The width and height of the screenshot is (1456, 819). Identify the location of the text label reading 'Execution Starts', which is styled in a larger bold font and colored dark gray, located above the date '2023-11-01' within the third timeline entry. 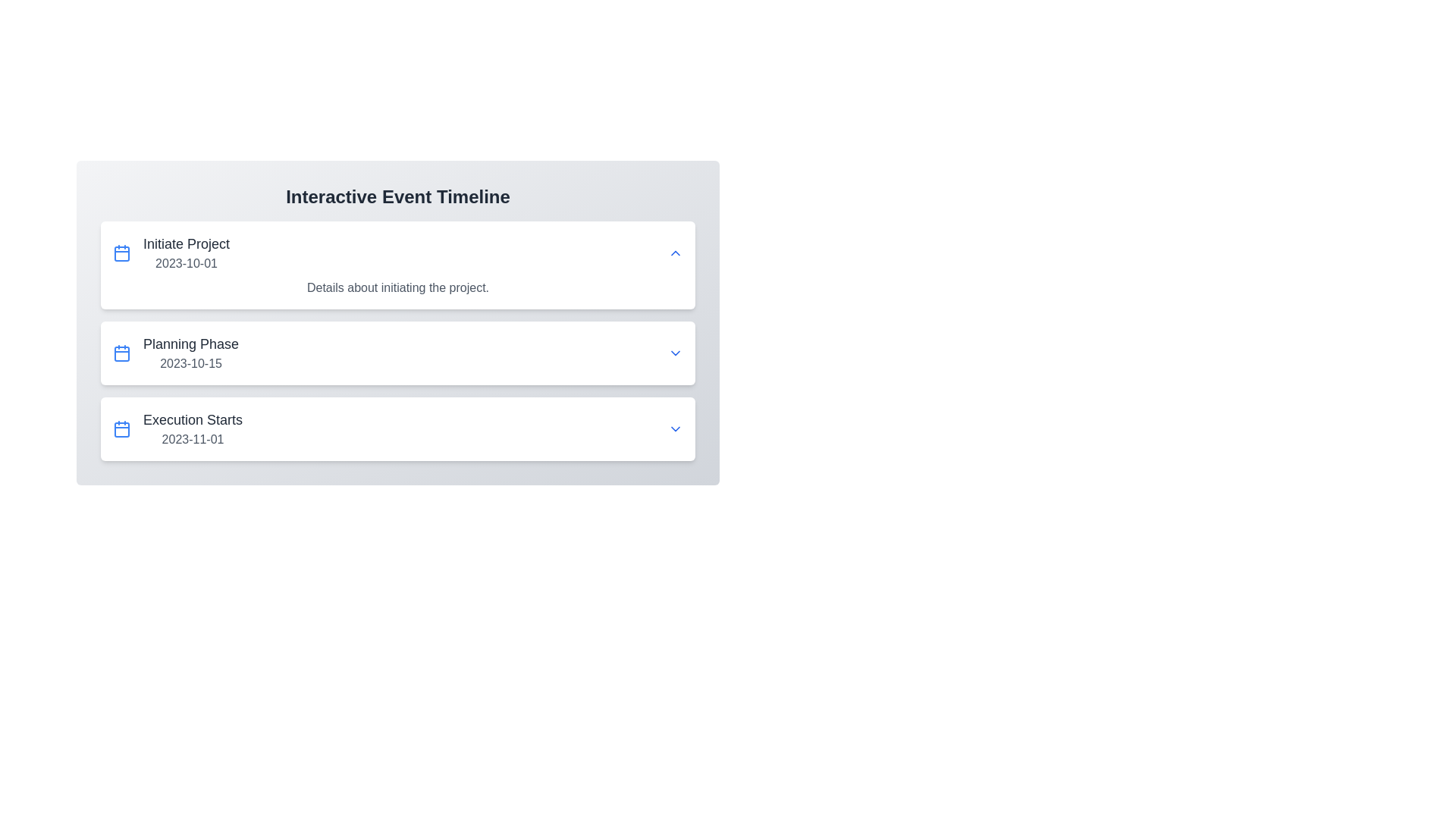
(192, 420).